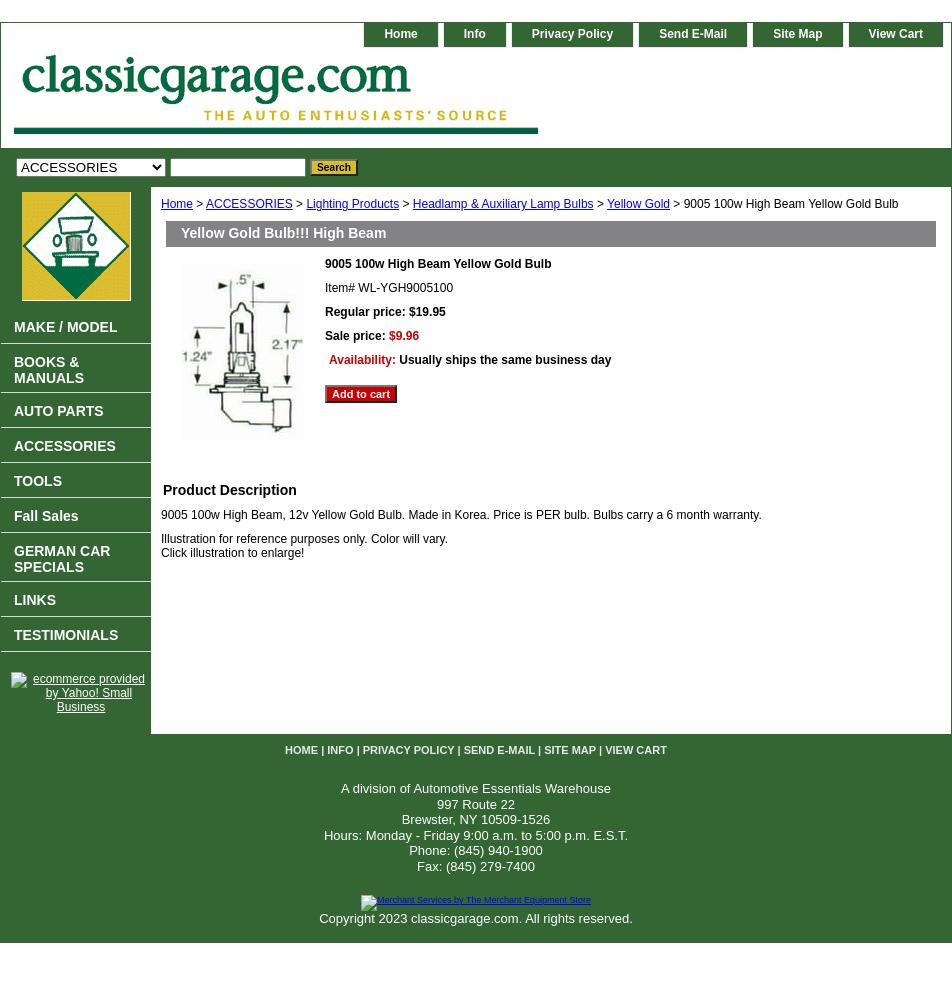  Describe the element at coordinates (58, 411) in the screenshot. I see `'AUTO PARTS'` at that location.